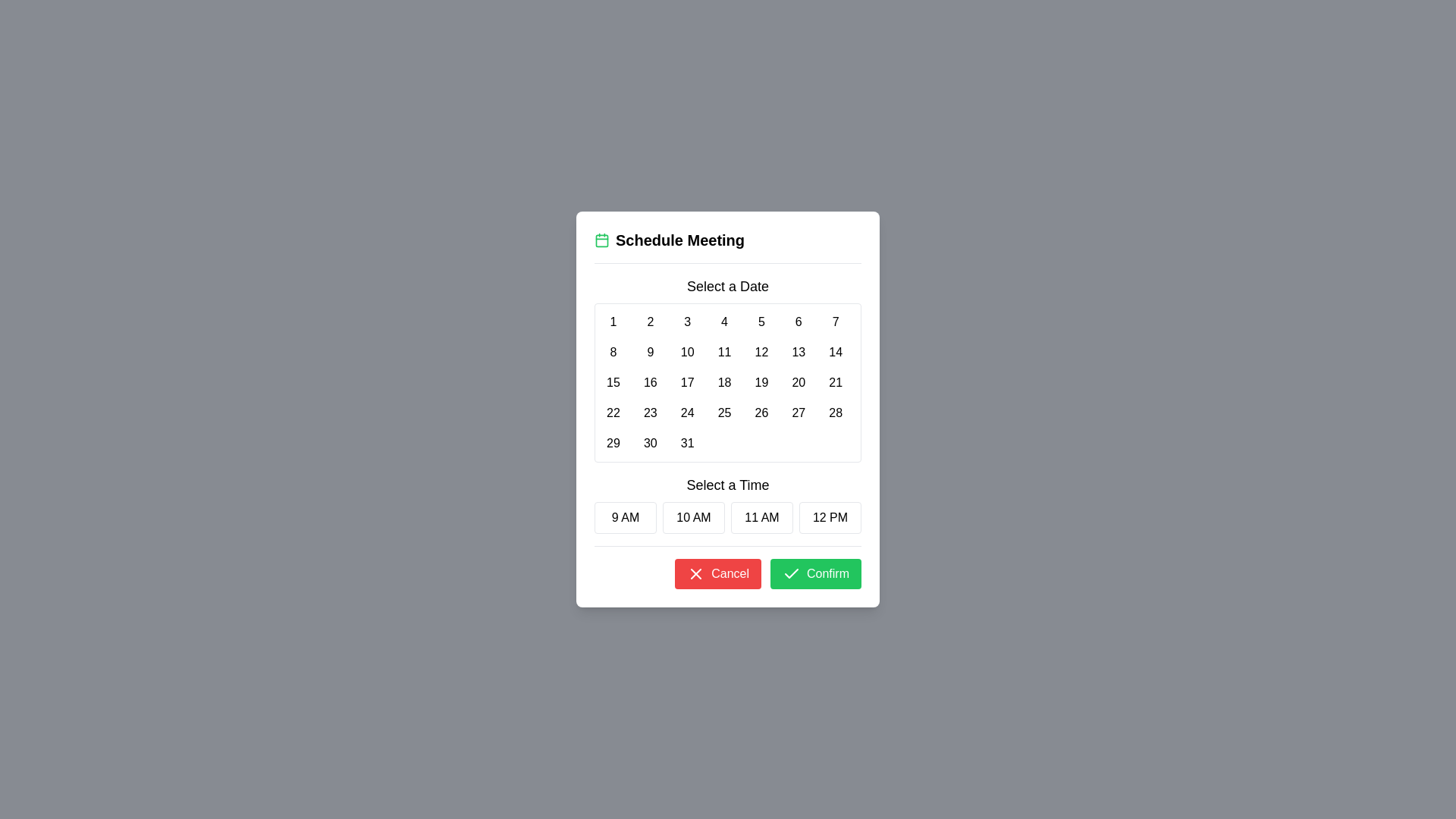 Image resolution: width=1456 pixels, height=819 pixels. Describe the element at coordinates (835, 413) in the screenshot. I see `the button representing the date '28' in the calendar interface` at that location.